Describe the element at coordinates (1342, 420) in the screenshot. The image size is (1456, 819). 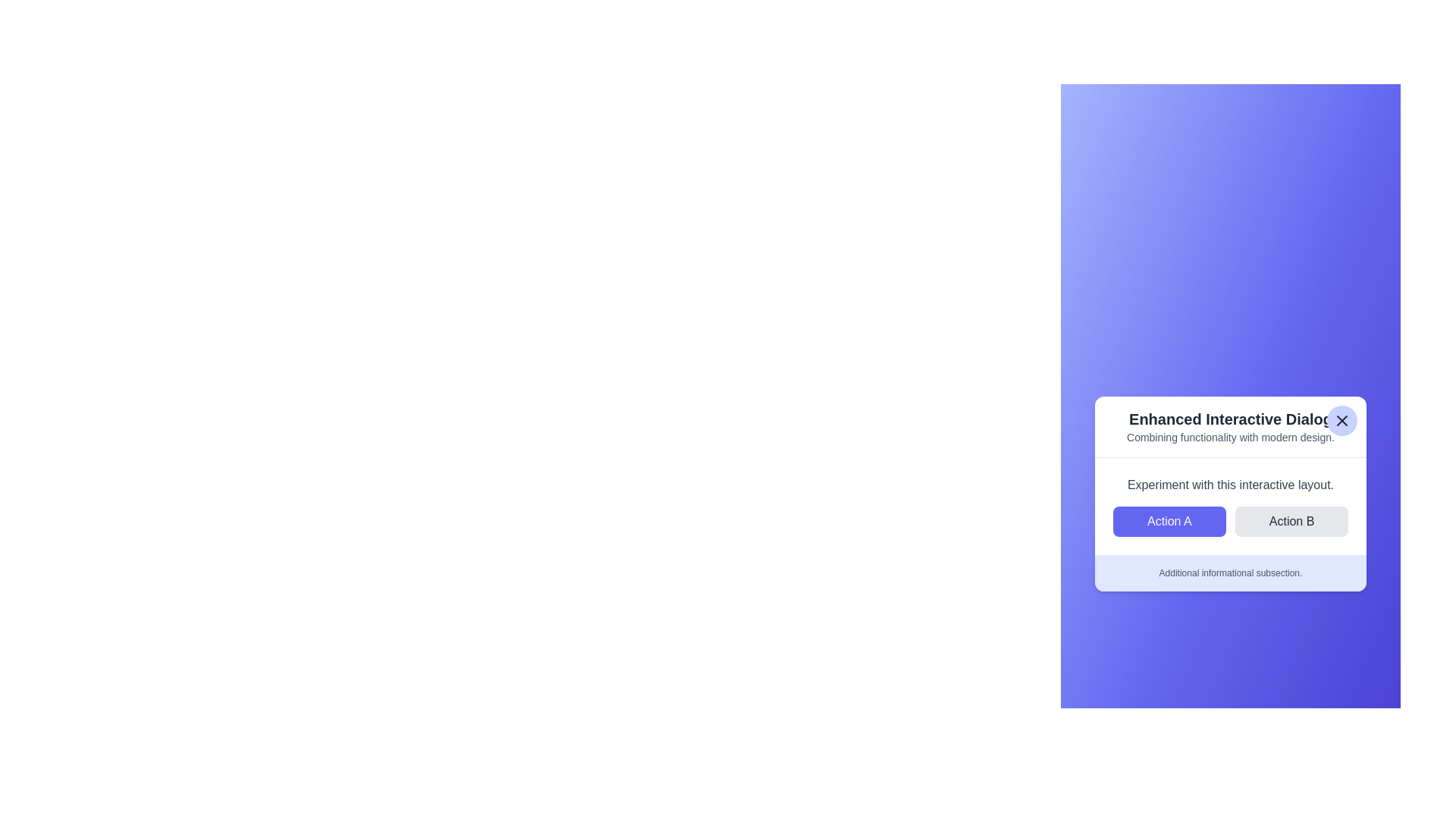
I see `the close button located at the upper-right corner of the 'Enhanced Interactive Dialog'` at that location.